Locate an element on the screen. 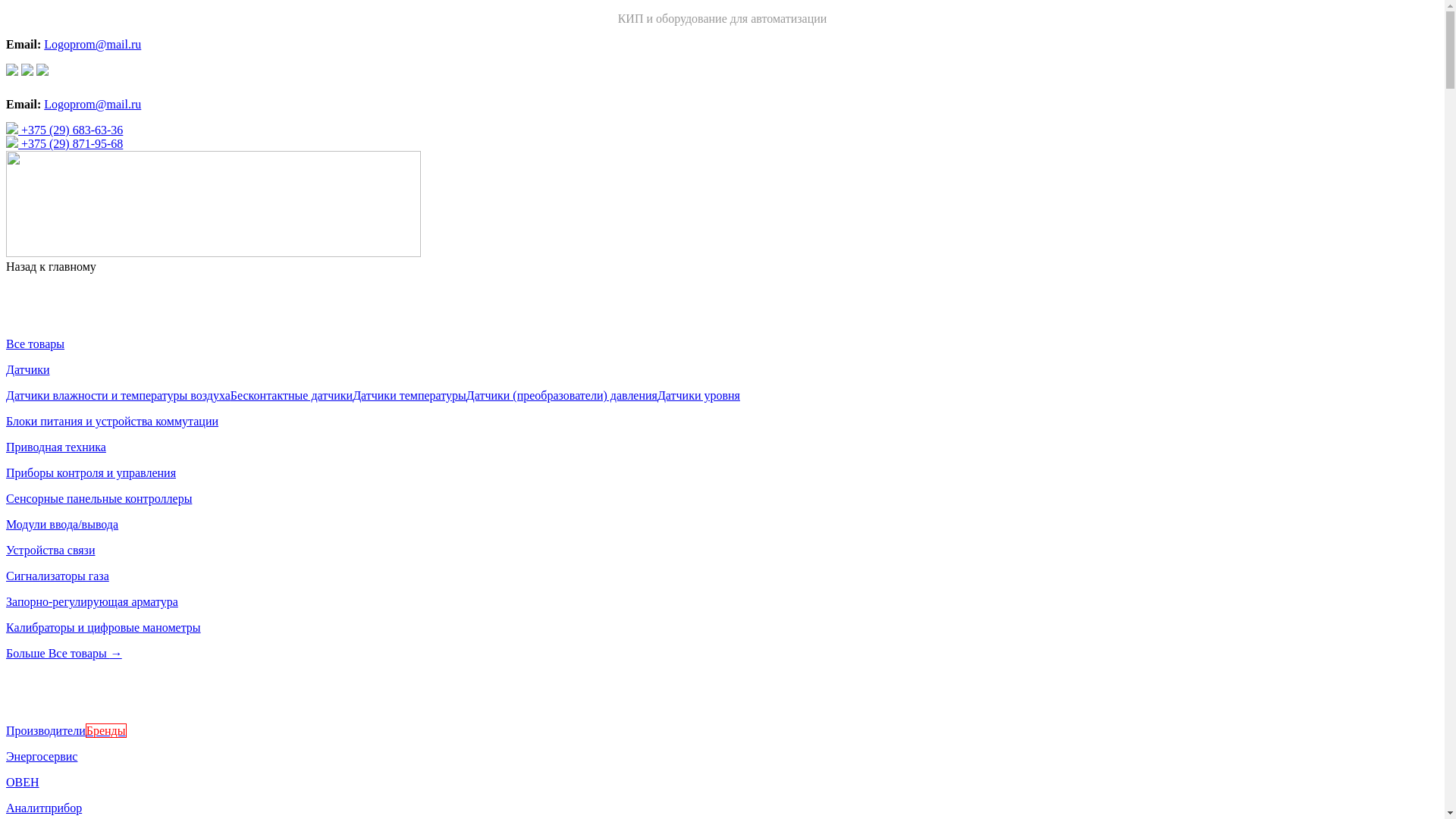 This screenshot has width=1456, height=819. '+375 (29) 683-63-36' is located at coordinates (64, 129).